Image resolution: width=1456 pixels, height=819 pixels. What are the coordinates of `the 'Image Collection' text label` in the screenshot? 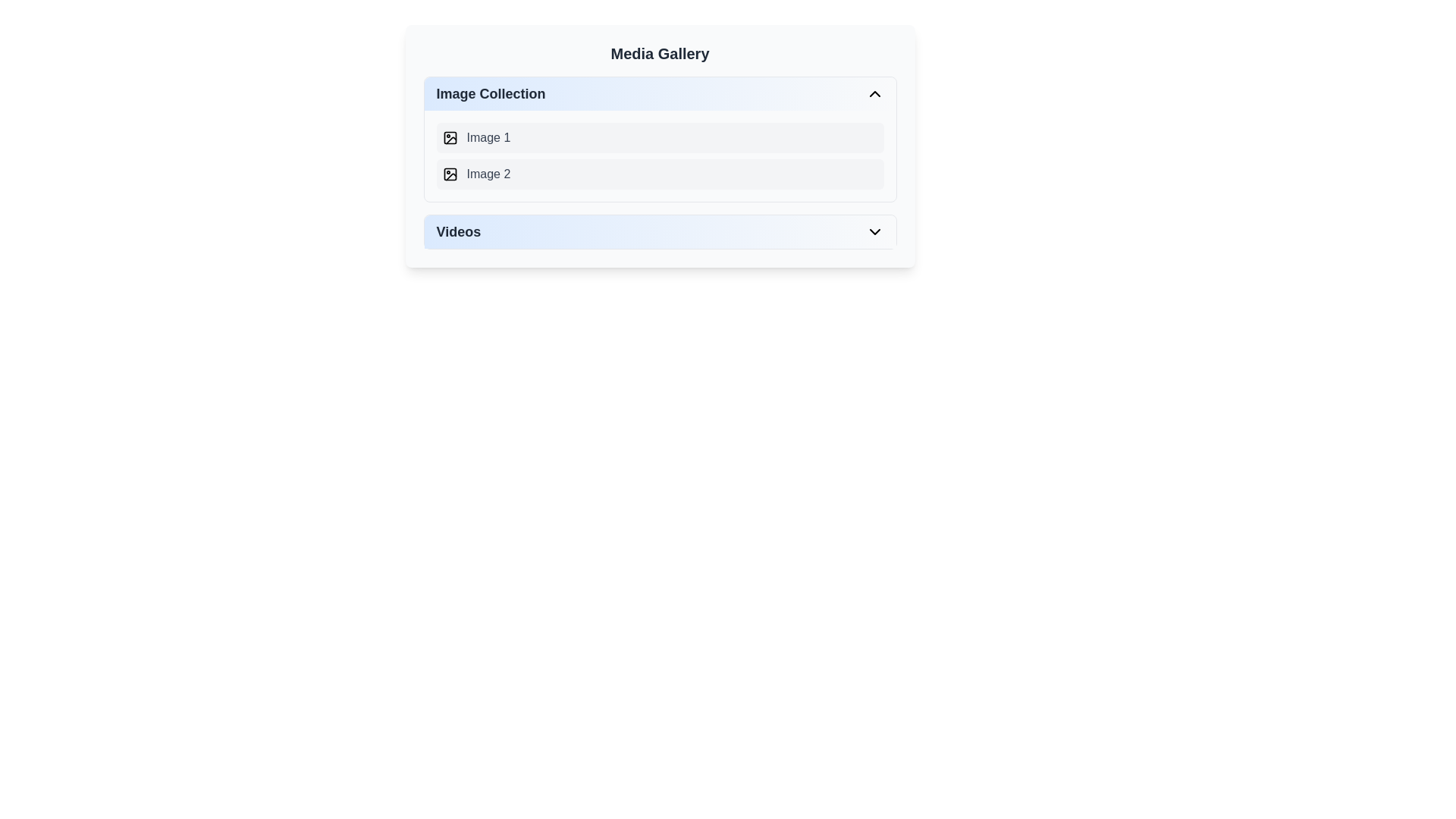 It's located at (491, 93).